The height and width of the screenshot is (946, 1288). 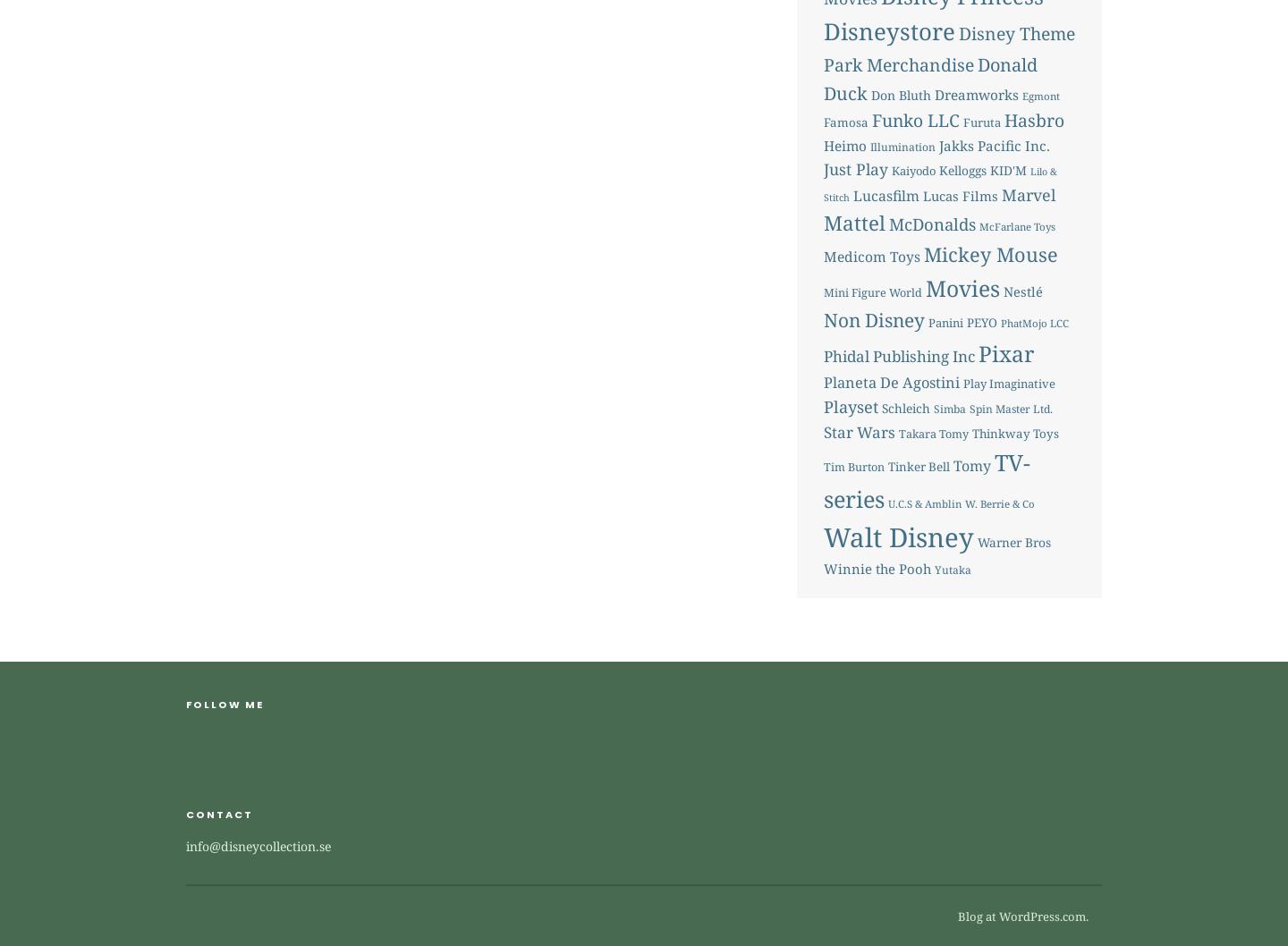 I want to click on 'Spin Master Ltd.', so click(x=1009, y=407).